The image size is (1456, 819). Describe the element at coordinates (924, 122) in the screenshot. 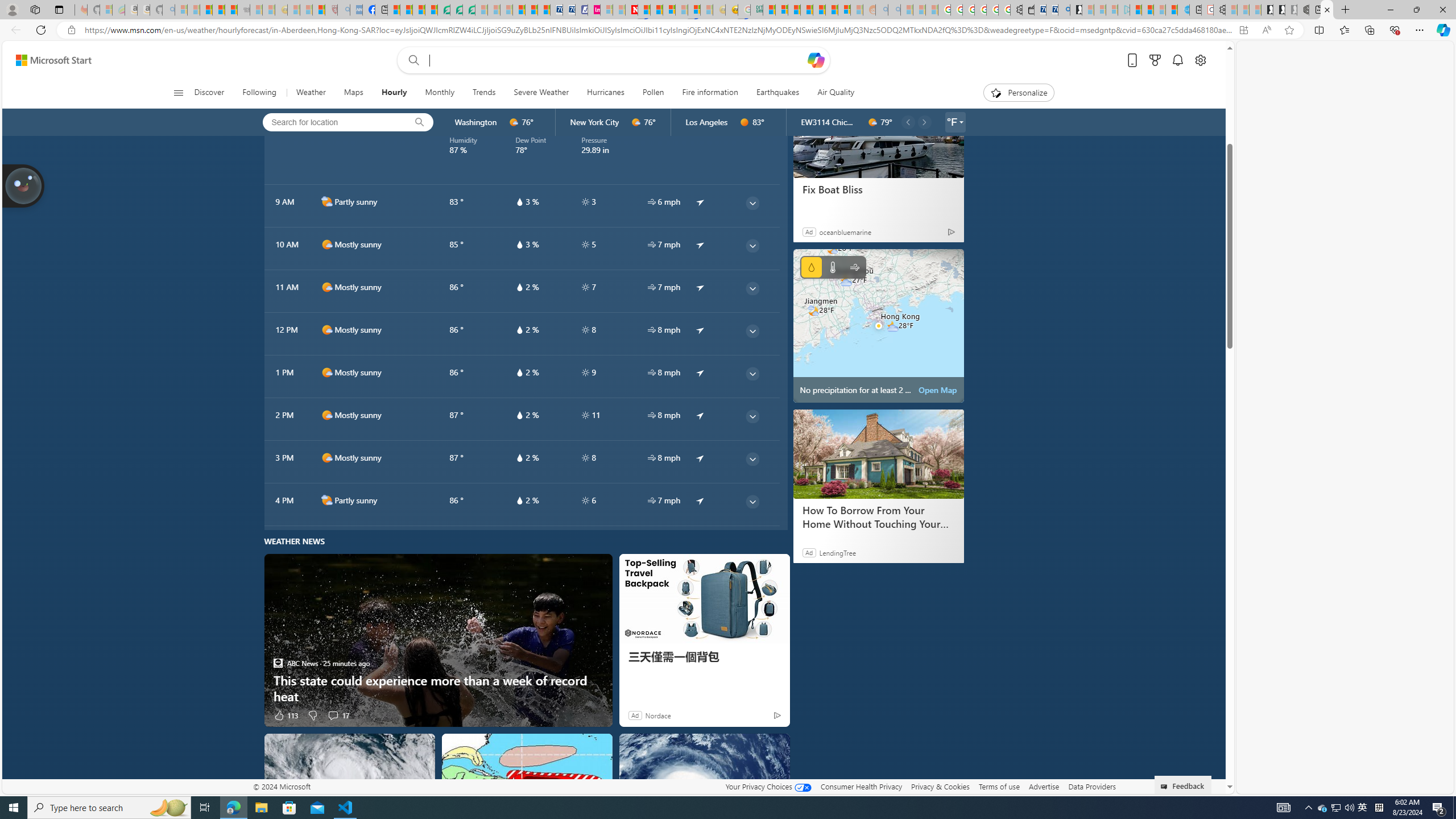

I see `'common/carouselChevron'` at that location.